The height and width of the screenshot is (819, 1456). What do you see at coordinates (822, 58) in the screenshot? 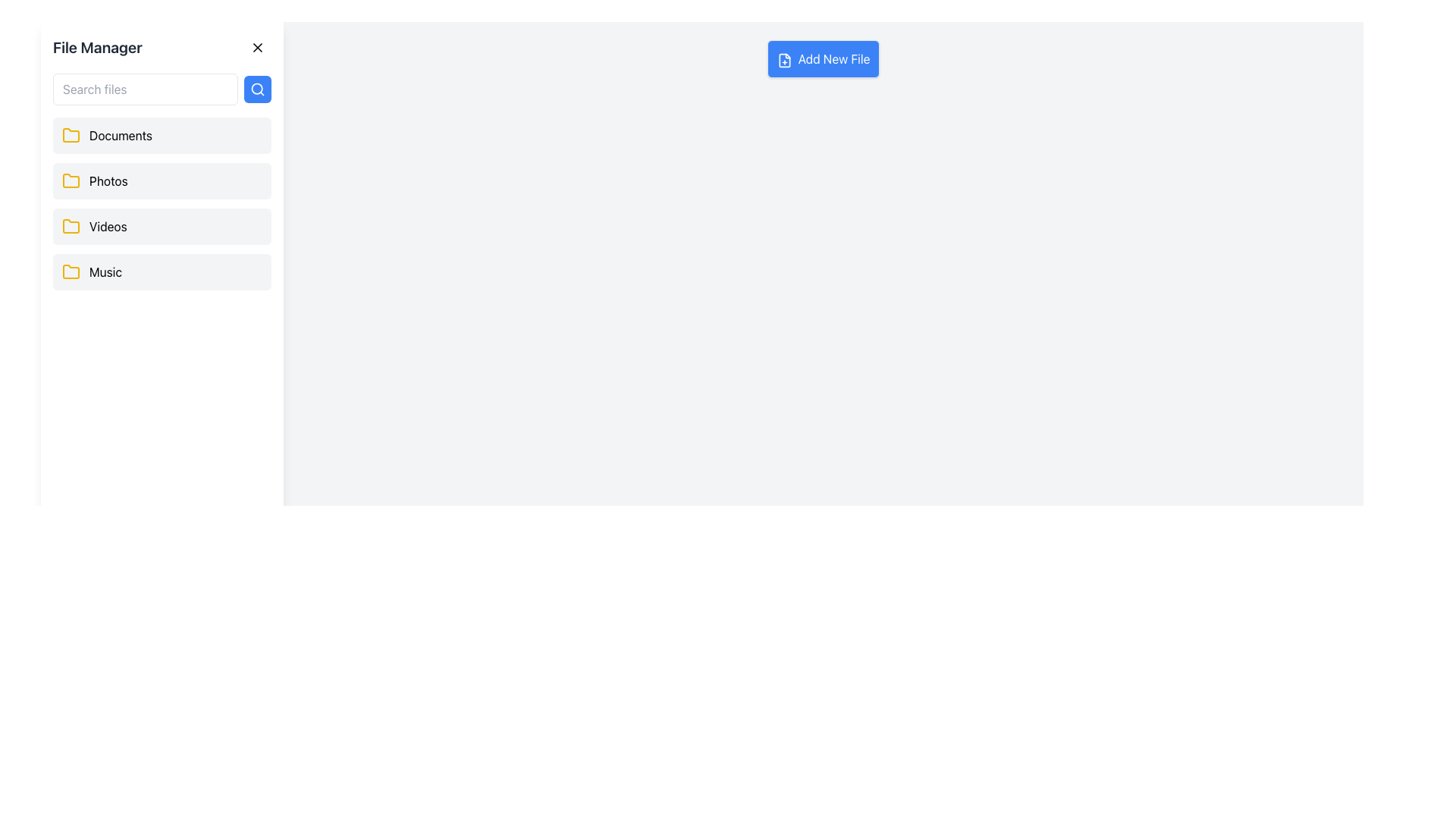
I see `the button located in the middle-top area of the main content section to observe a visual change (highlight or color change)` at bounding box center [822, 58].